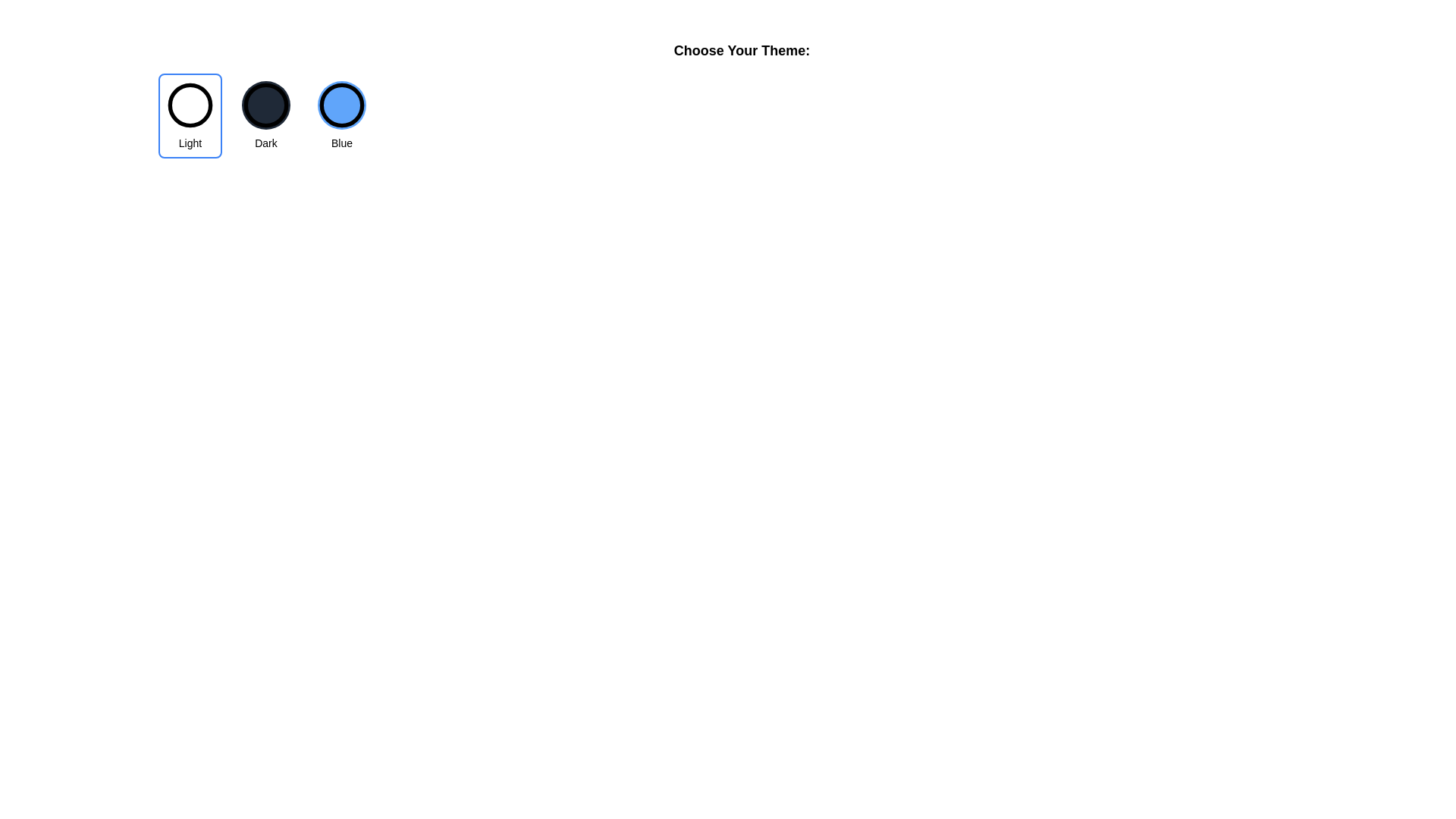  I want to click on the circular visual indicator for the 'Blue' theme, so click(341, 104).